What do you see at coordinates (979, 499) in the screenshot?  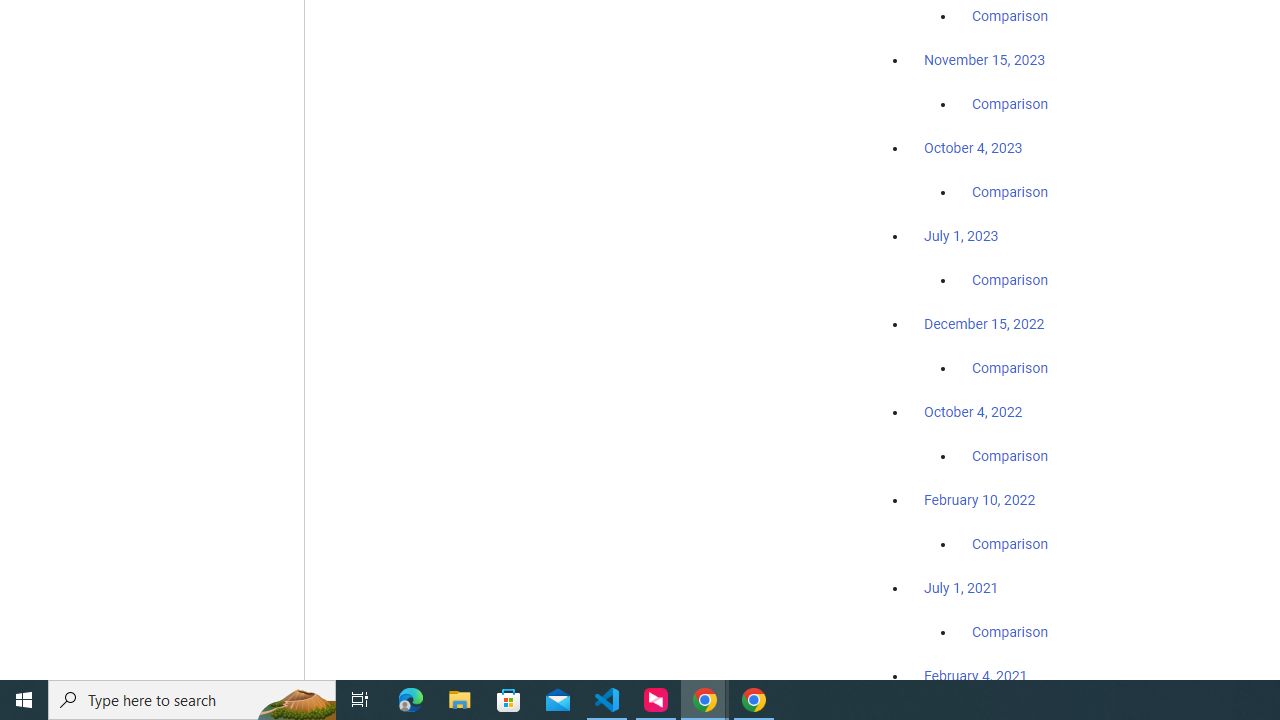 I see `'February 10, 2022'` at bounding box center [979, 499].